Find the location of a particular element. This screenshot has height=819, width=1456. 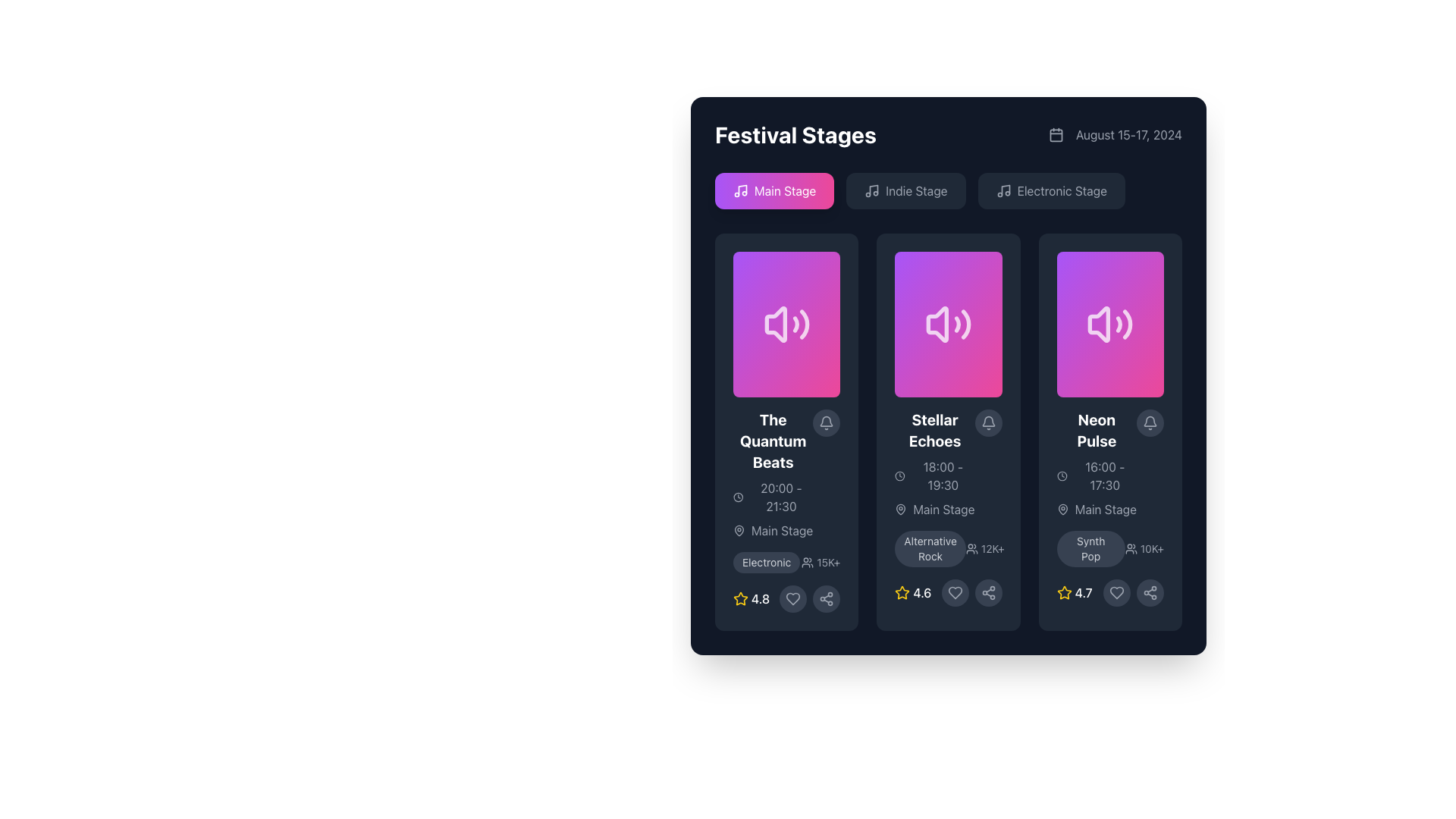

the small musical note icon located within the button labeled 'Indie Stage', which is styled with a minimalistic design and white stroke is located at coordinates (872, 190).